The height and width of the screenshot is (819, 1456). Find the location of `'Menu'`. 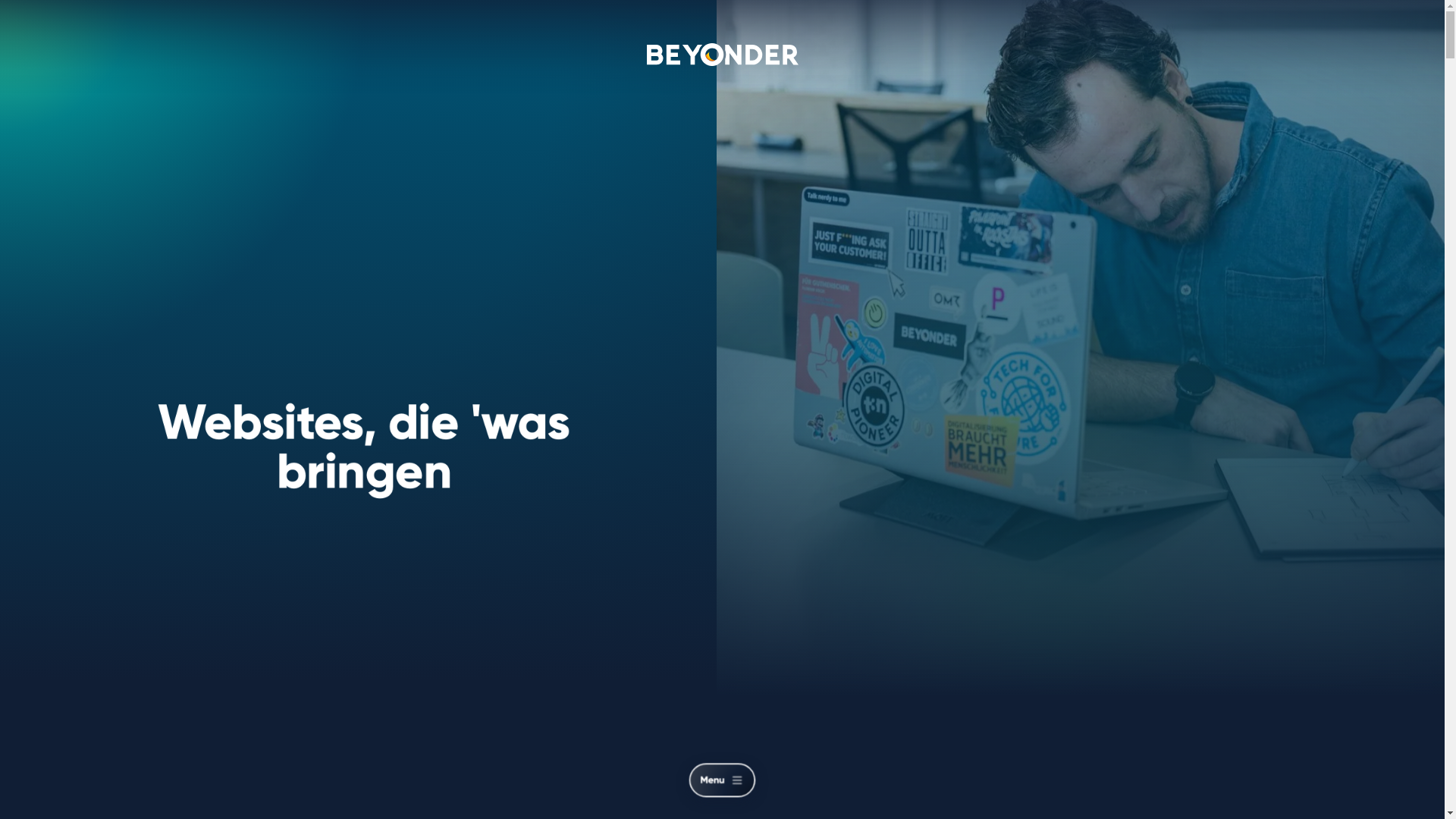

'Menu' is located at coordinates (731, 783).